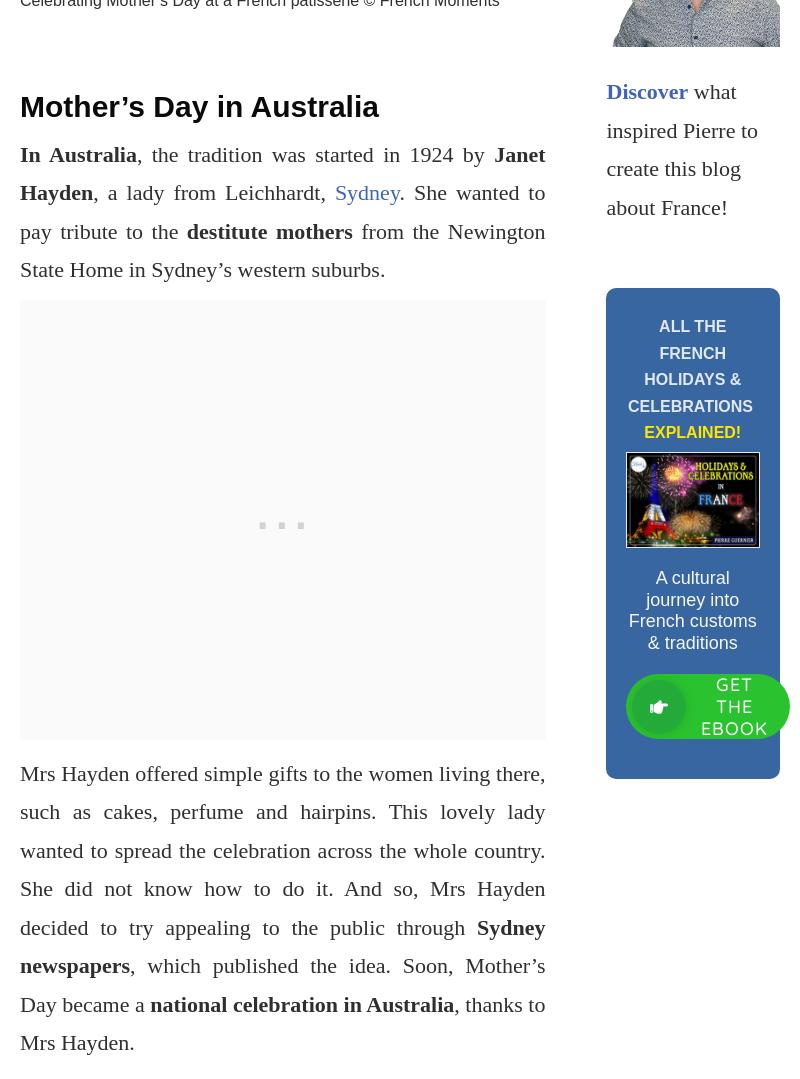 This screenshot has height=1079, width=800. Describe the element at coordinates (268, 229) in the screenshot. I see `'destitute mothers'` at that location.